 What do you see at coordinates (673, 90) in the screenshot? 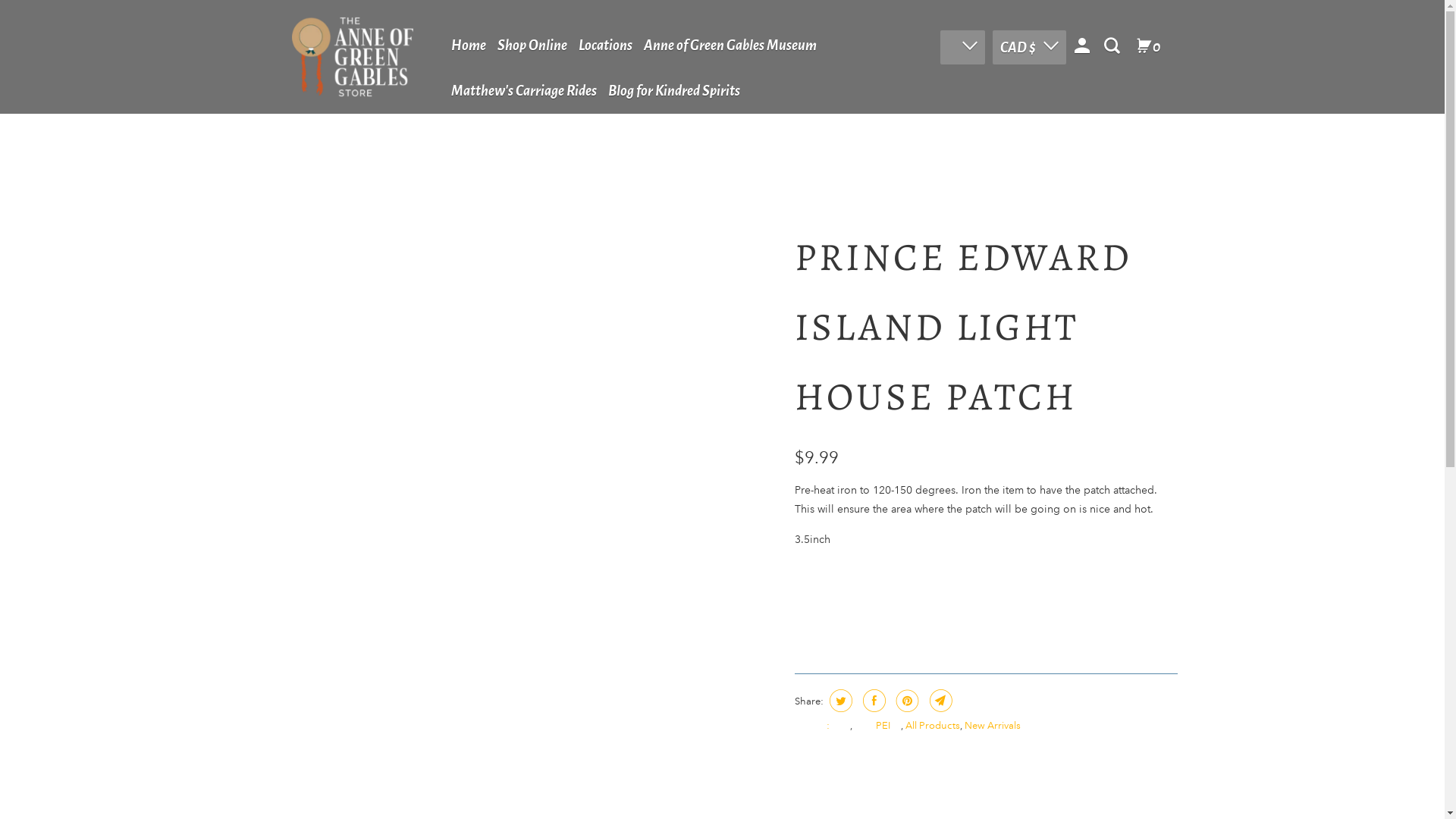
I see `'Blog for Kindred Spirits'` at bounding box center [673, 90].